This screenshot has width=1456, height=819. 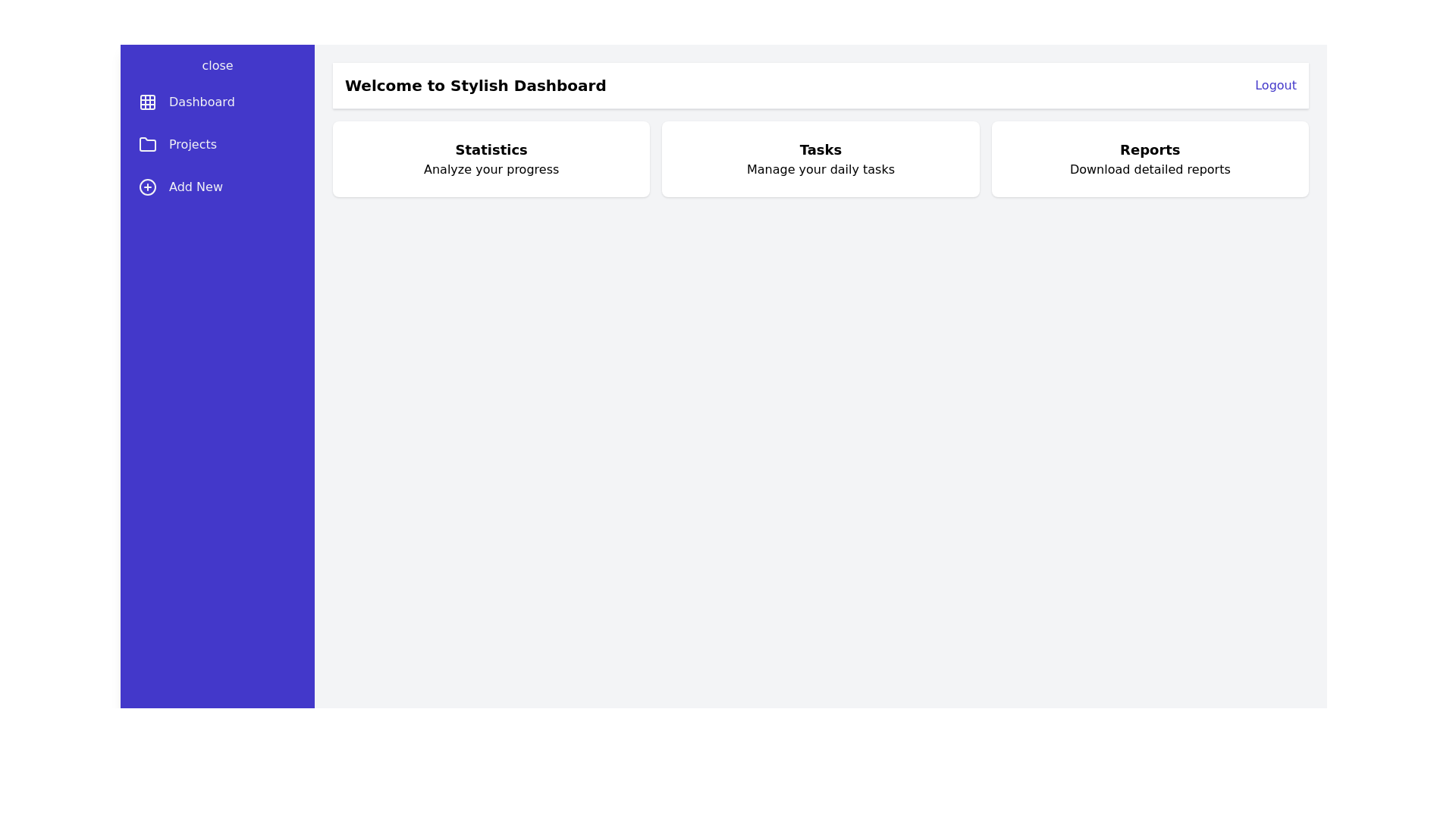 I want to click on the 'Add New' text label within the navigation menu, so click(x=195, y=186).